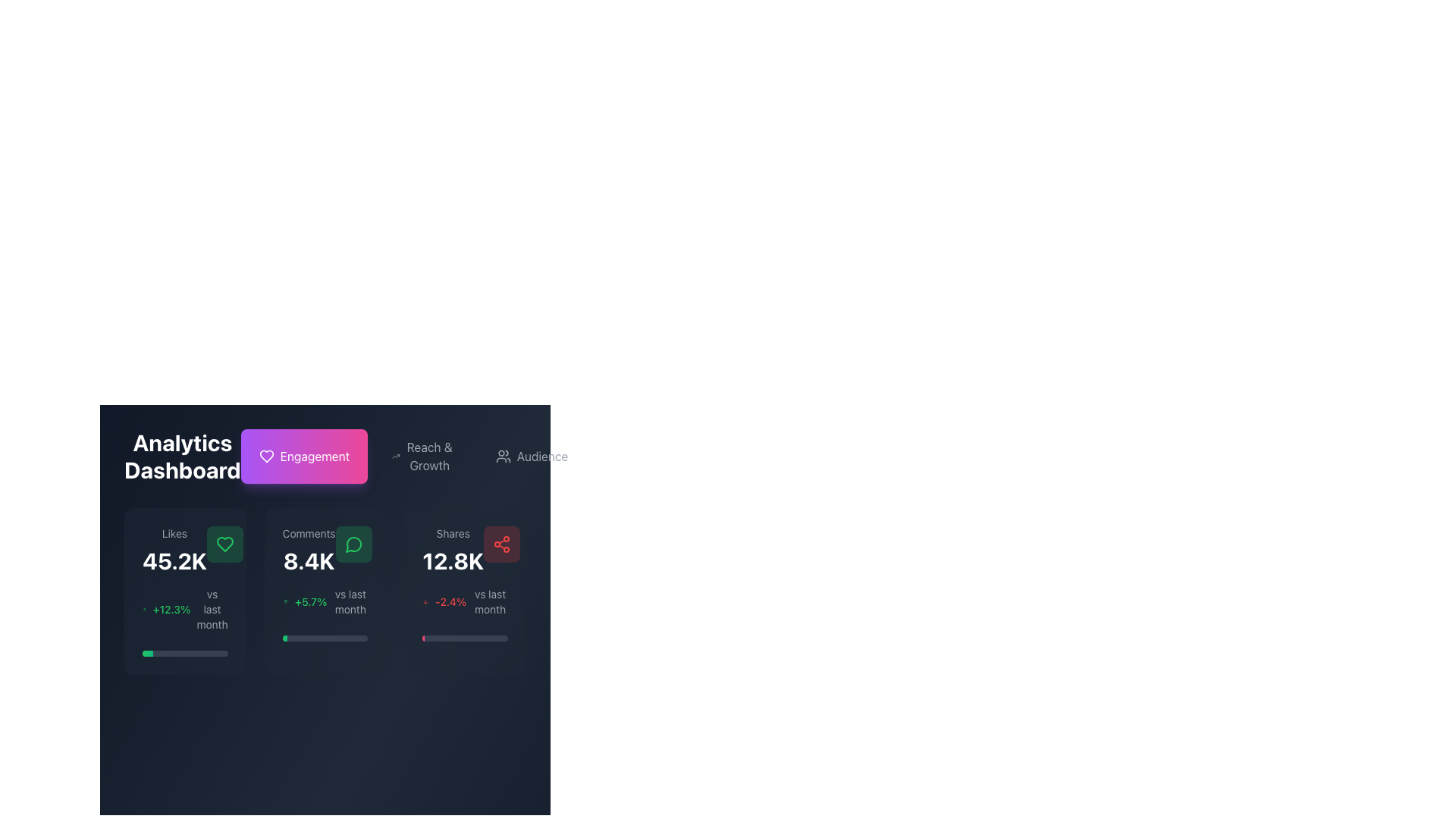 Image resolution: width=1456 pixels, height=819 pixels. Describe the element at coordinates (314, 455) in the screenshot. I see `the 'Engagement' text label within the button component located in the top area of the dashboard, which is part of a colorful section above the metrics overview` at that location.